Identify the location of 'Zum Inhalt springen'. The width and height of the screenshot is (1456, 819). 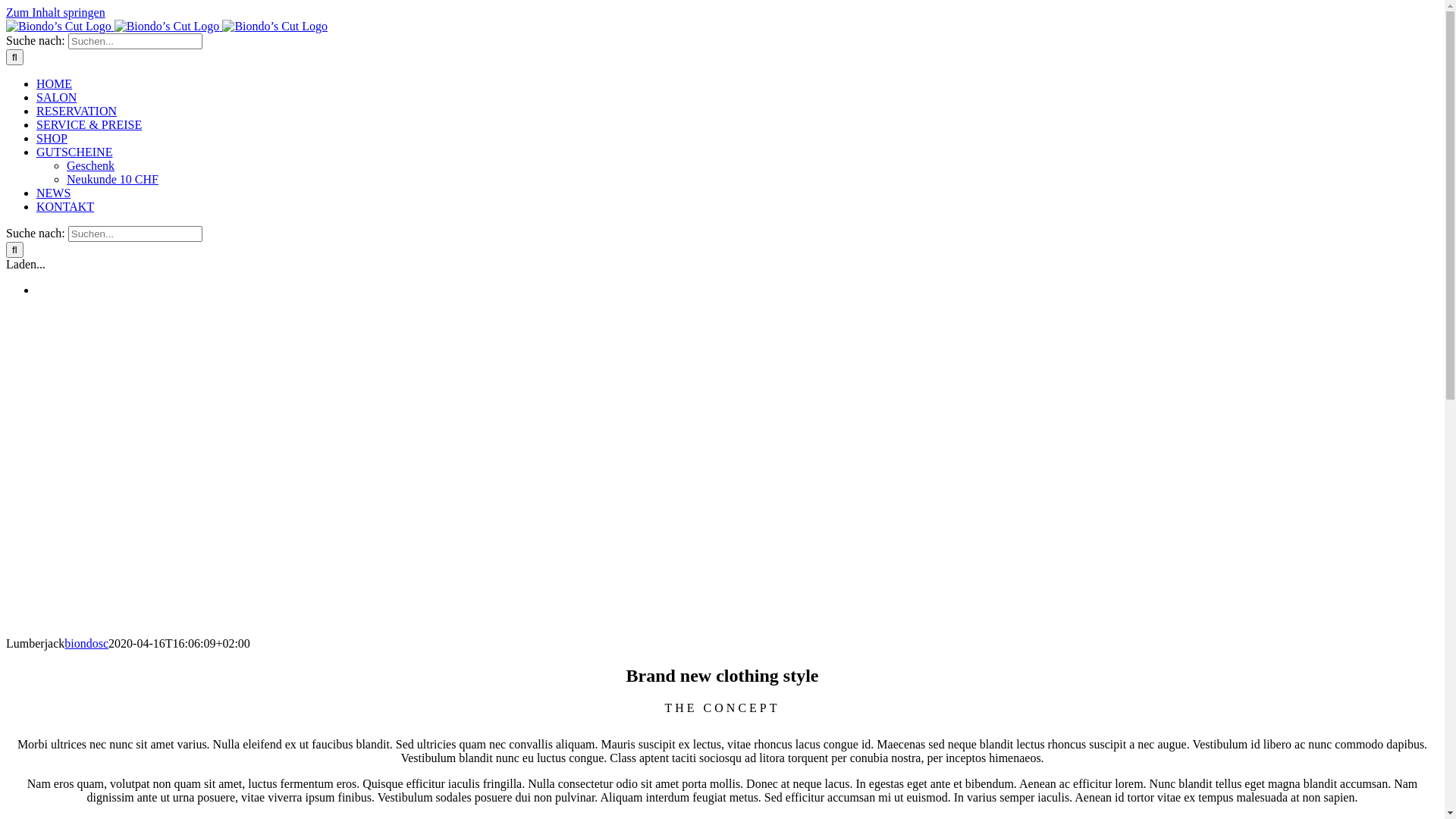
(55, 12).